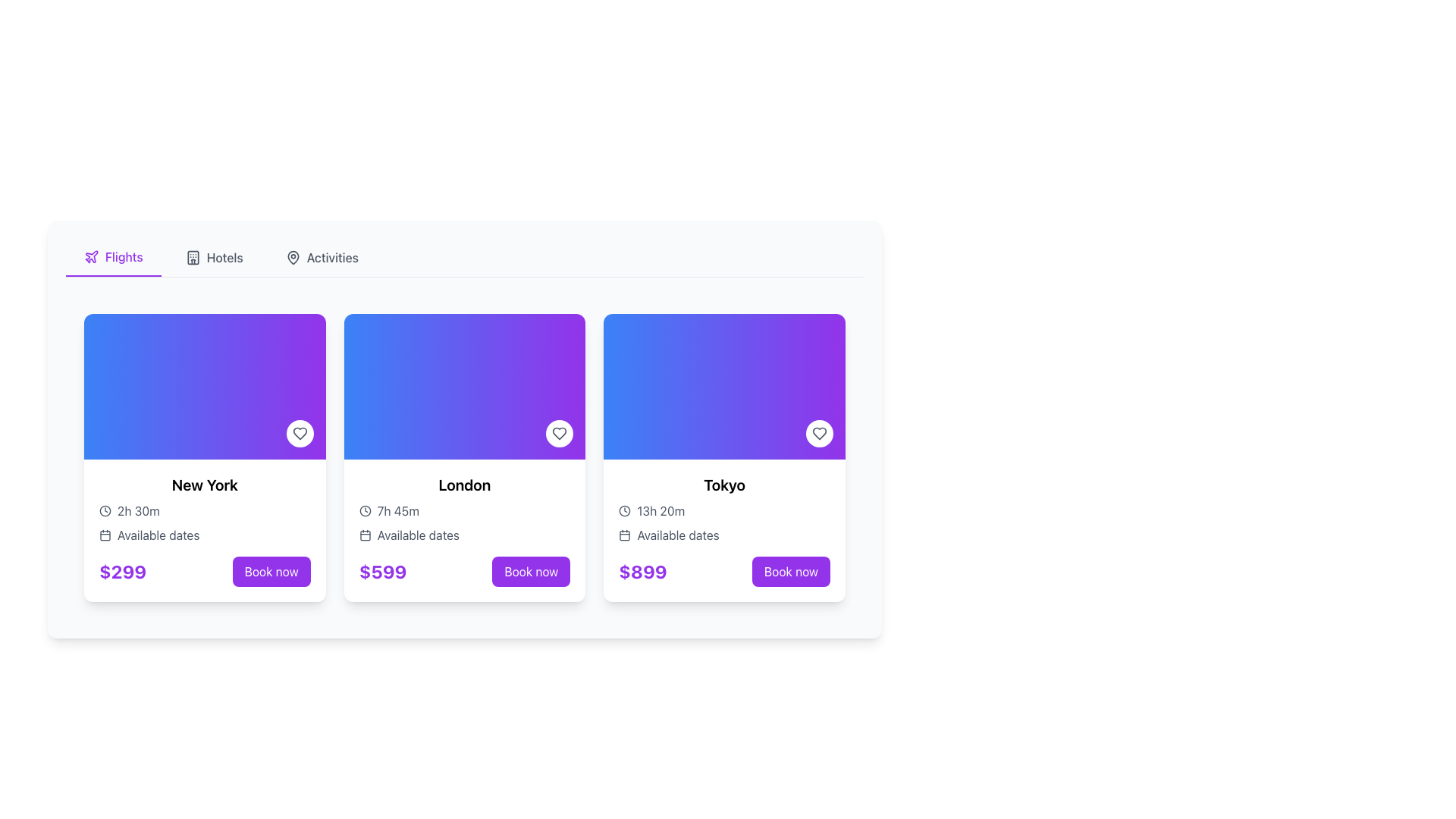 The width and height of the screenshot is (1456, 819). What do you see at coordinates (790, 571) in the screenshot?
I see `the 'Book now' button with a purple background and white text located in the third column of the trip booking interface underneath the trip details for Tokyo` at bounding box center [790, 571].